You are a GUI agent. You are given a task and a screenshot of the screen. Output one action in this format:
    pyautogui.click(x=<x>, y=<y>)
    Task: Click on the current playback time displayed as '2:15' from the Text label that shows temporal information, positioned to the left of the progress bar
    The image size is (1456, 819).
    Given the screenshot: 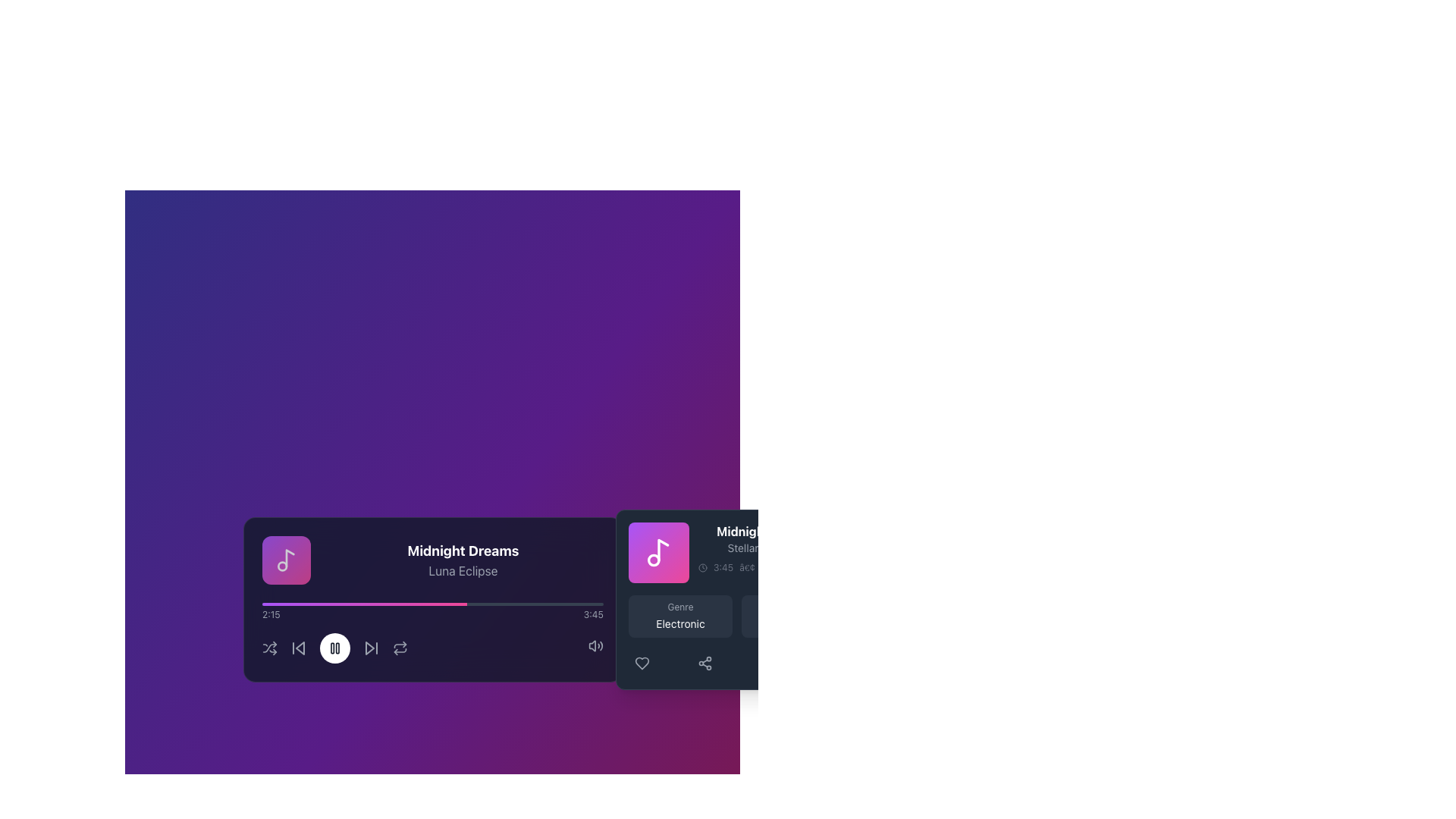 What is the action you would take?
    pyautogui.click(x=271, y=614)
    